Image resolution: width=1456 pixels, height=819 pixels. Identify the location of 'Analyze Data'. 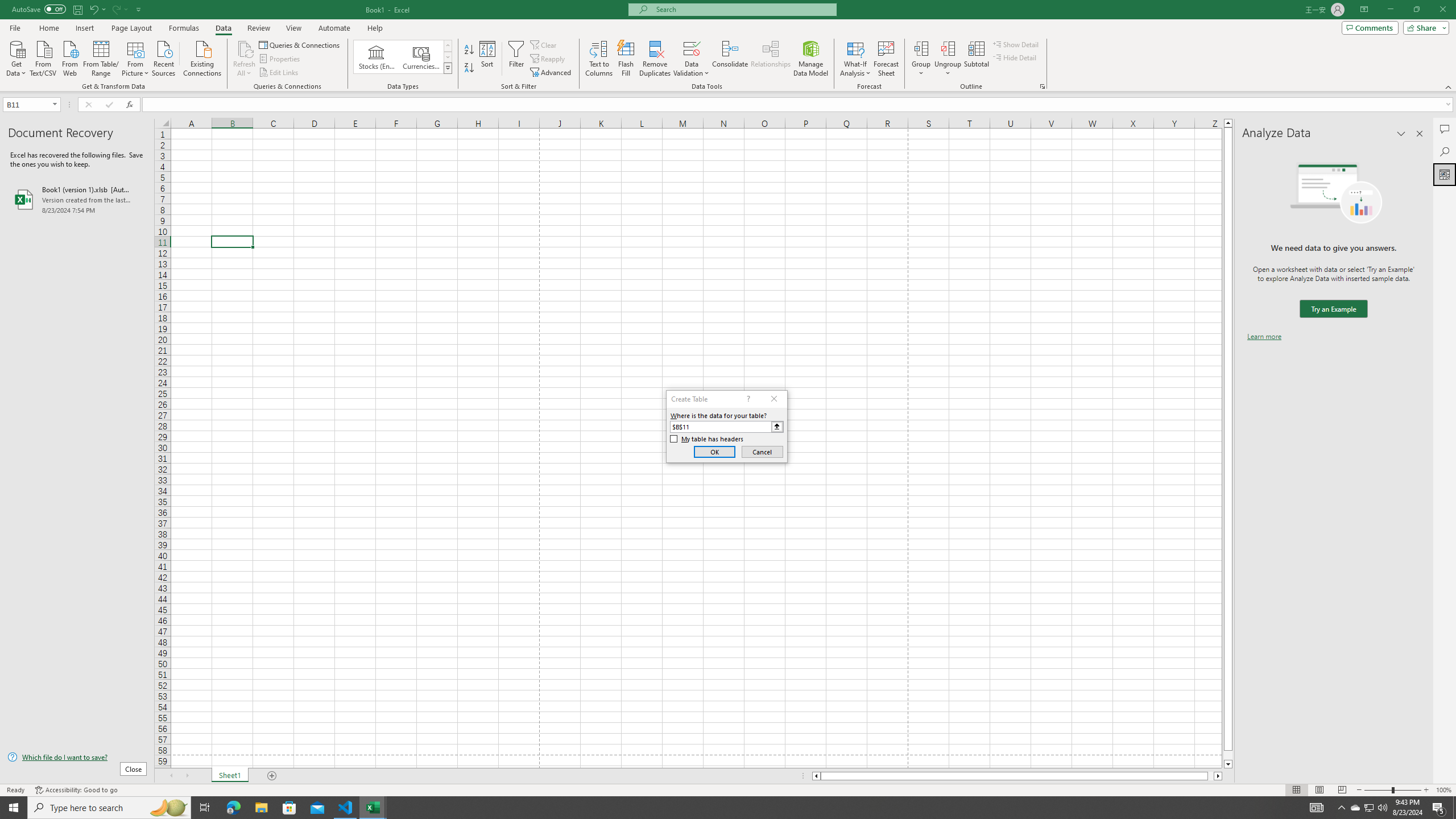
(1444, 174).